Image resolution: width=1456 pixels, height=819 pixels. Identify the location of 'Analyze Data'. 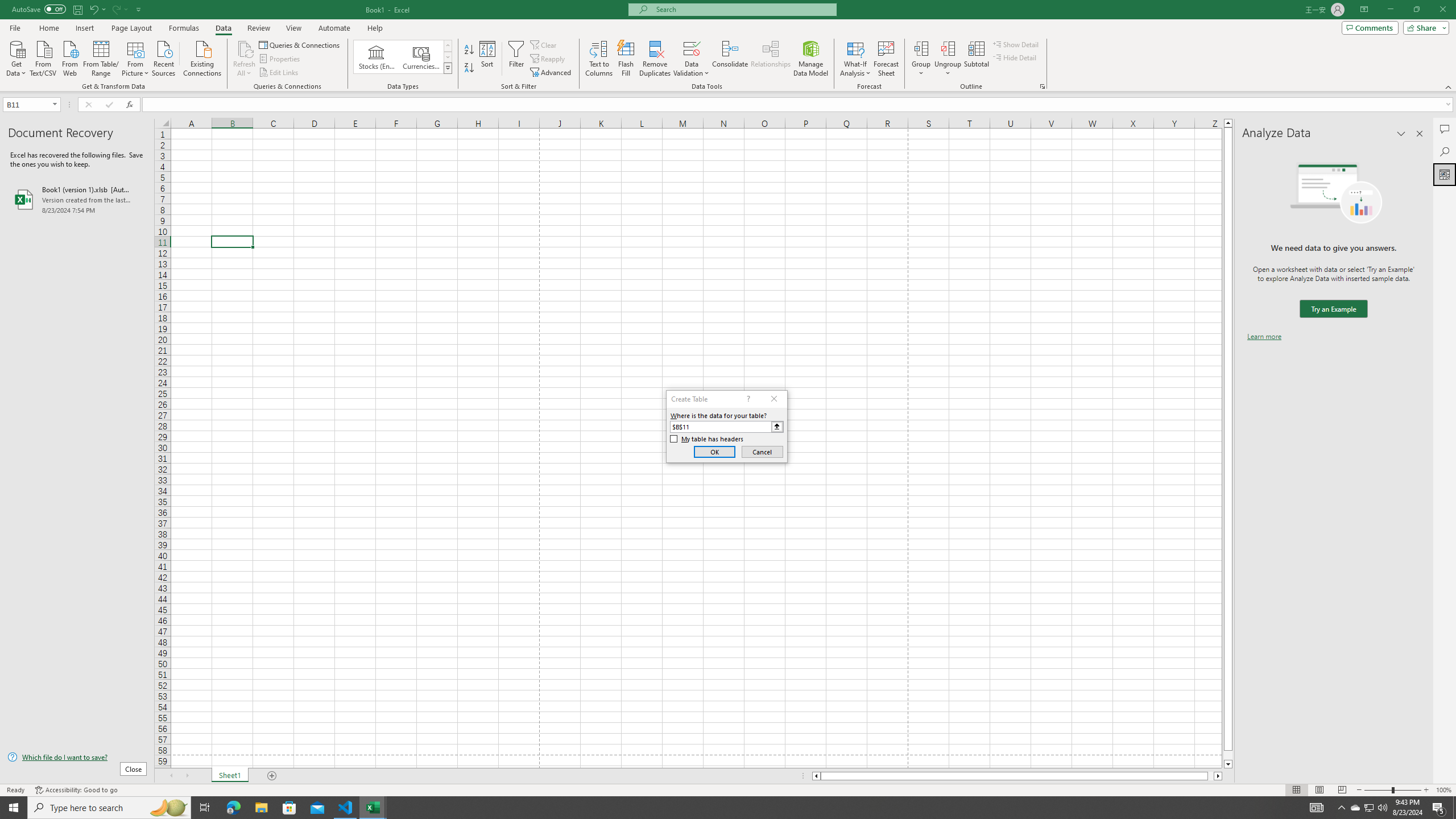
(1444, 174).